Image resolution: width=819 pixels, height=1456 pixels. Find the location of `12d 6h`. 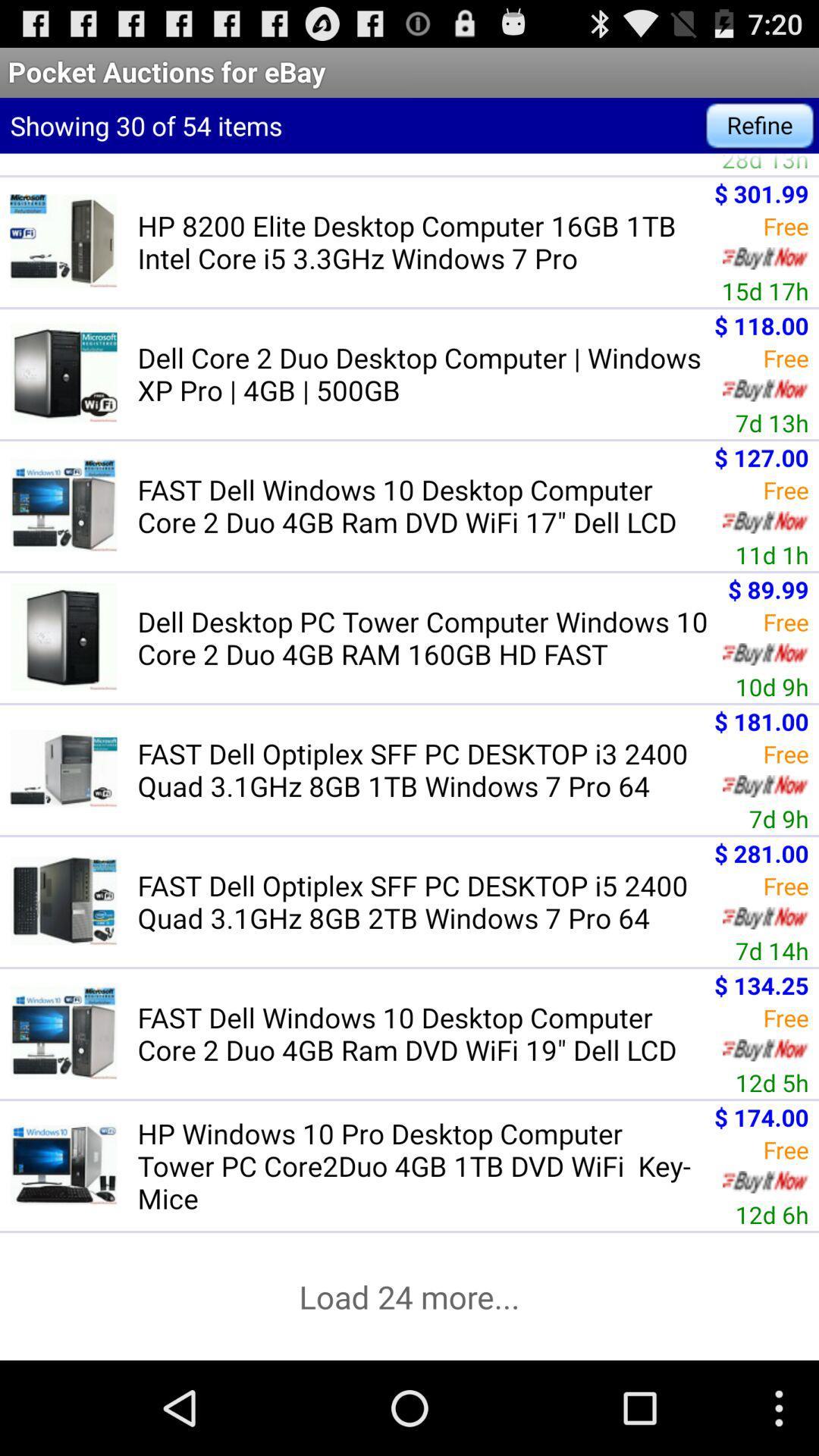

12d 6h is located at coordinates (772, 1214).